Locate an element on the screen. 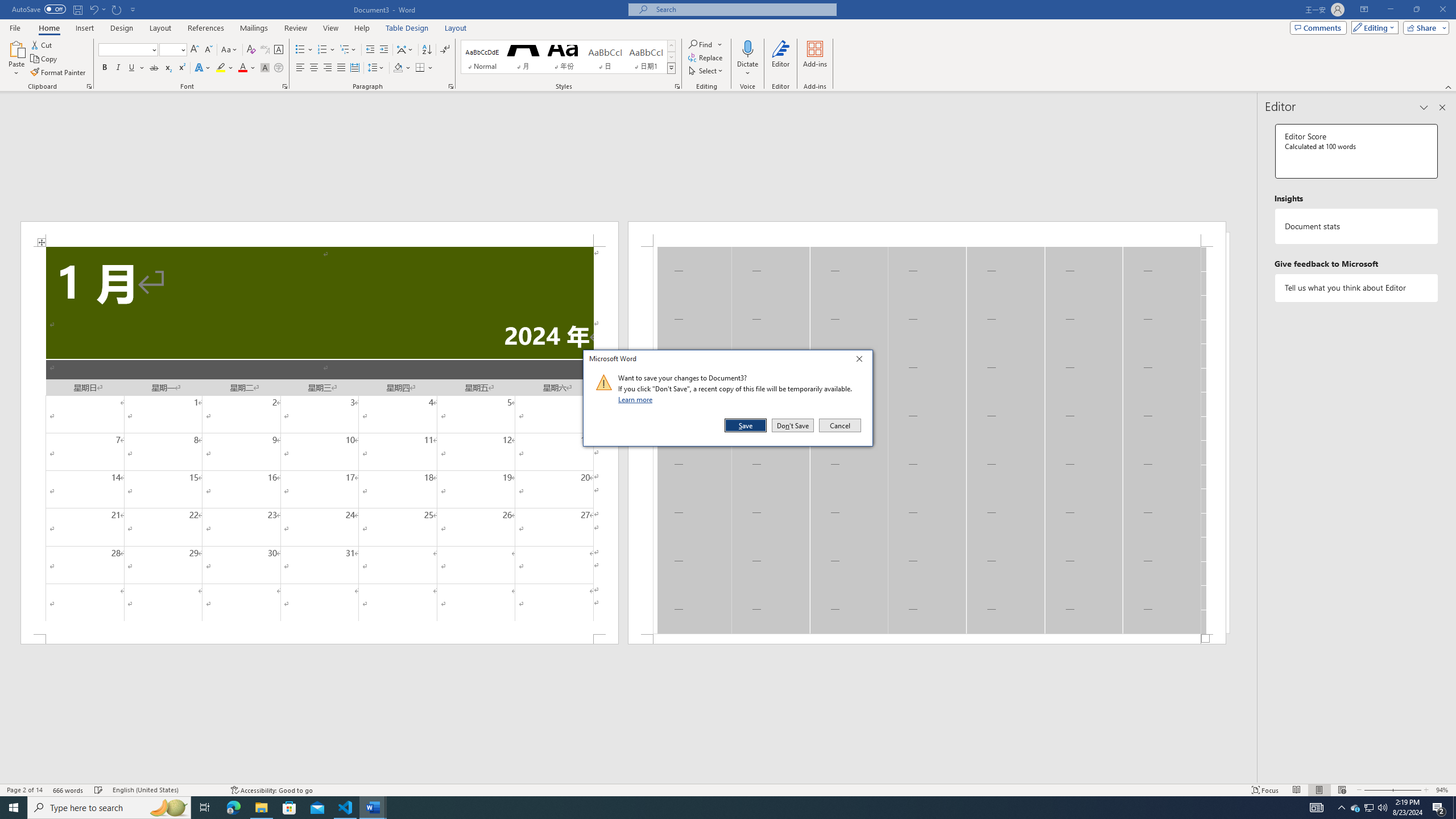 This screenshot has width=1456, height=819. 'Show/Hide Editing Marks' is located at coordinates (445, 49).